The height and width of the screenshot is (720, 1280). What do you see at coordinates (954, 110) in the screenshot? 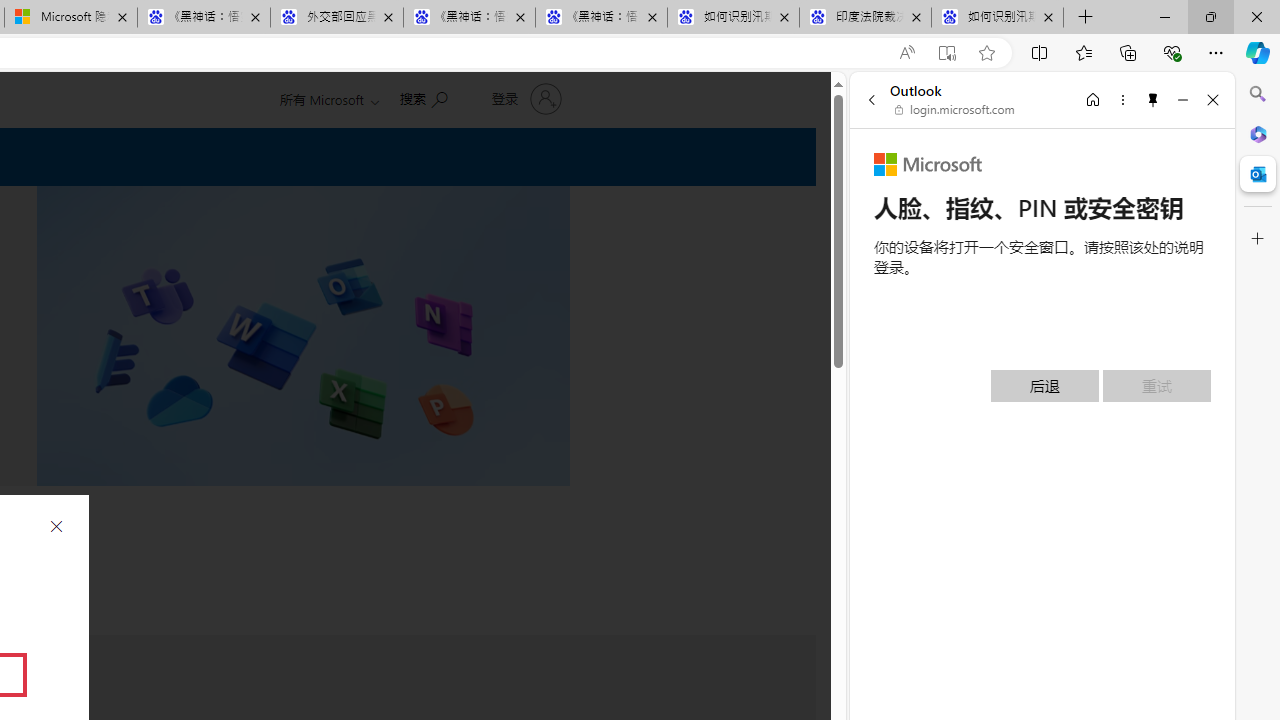
I see `'login.microsoft.com'` at bounding box center [954, 110].